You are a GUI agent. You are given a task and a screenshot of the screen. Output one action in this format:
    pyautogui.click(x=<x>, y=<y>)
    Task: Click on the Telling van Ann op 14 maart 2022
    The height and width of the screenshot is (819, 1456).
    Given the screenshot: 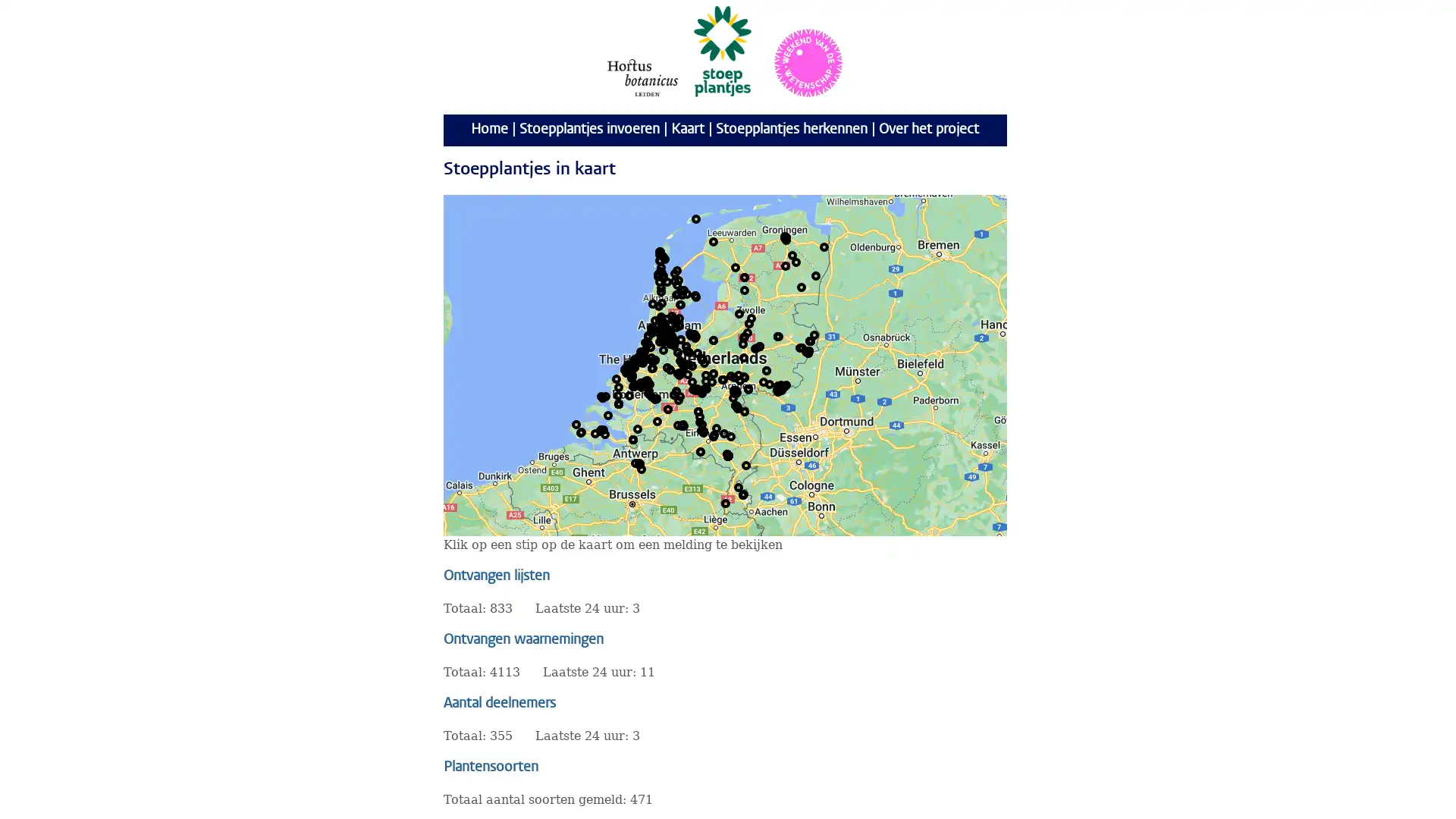 What is the action you would take?
    pyautogui.click(x=705, y=374)
    